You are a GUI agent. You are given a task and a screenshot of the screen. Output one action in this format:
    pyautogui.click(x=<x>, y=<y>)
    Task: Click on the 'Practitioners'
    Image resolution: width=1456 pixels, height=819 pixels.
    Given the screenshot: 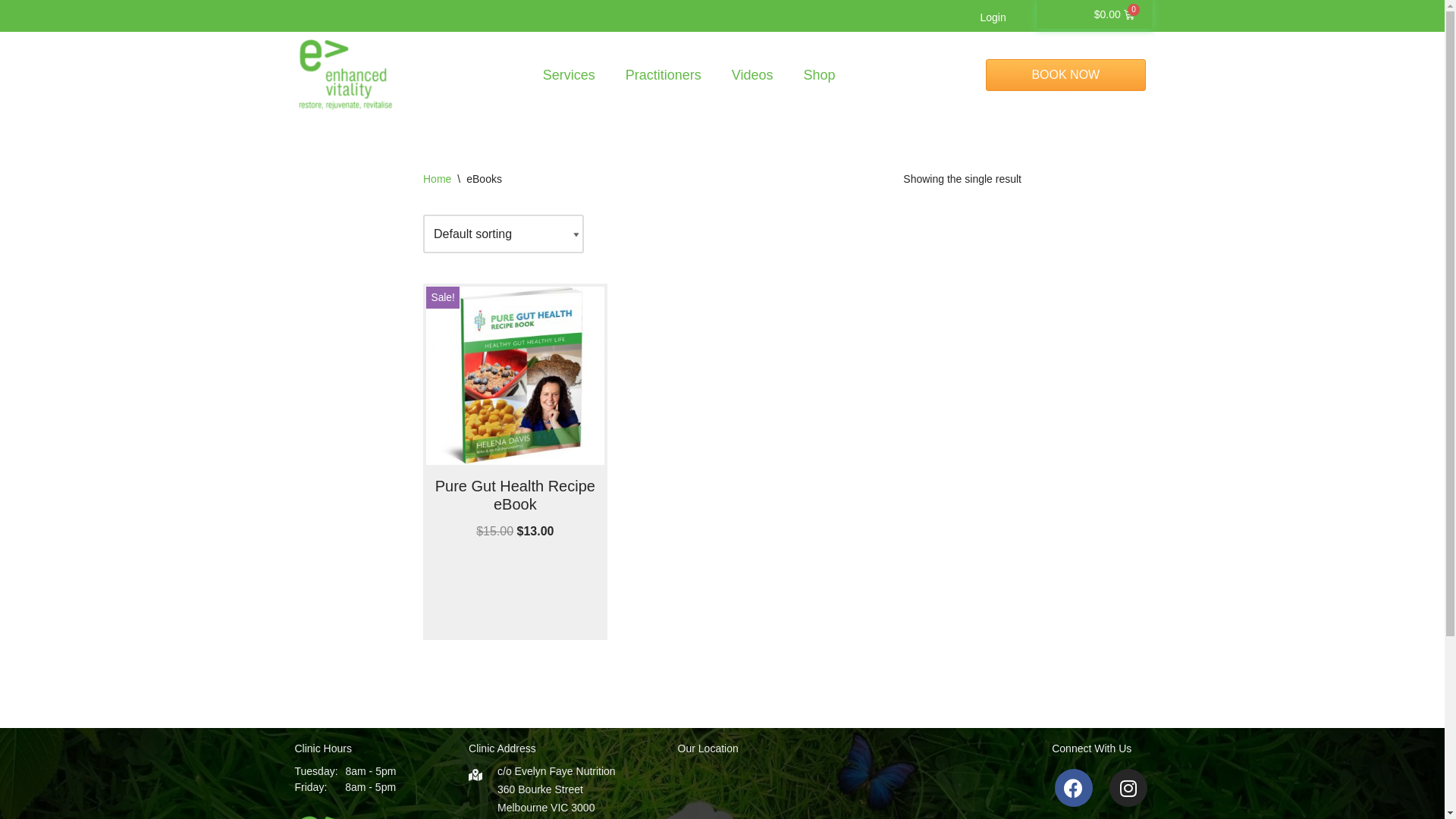 What is the action you would take?
    pyautogui.click(x=663, y=75)
    